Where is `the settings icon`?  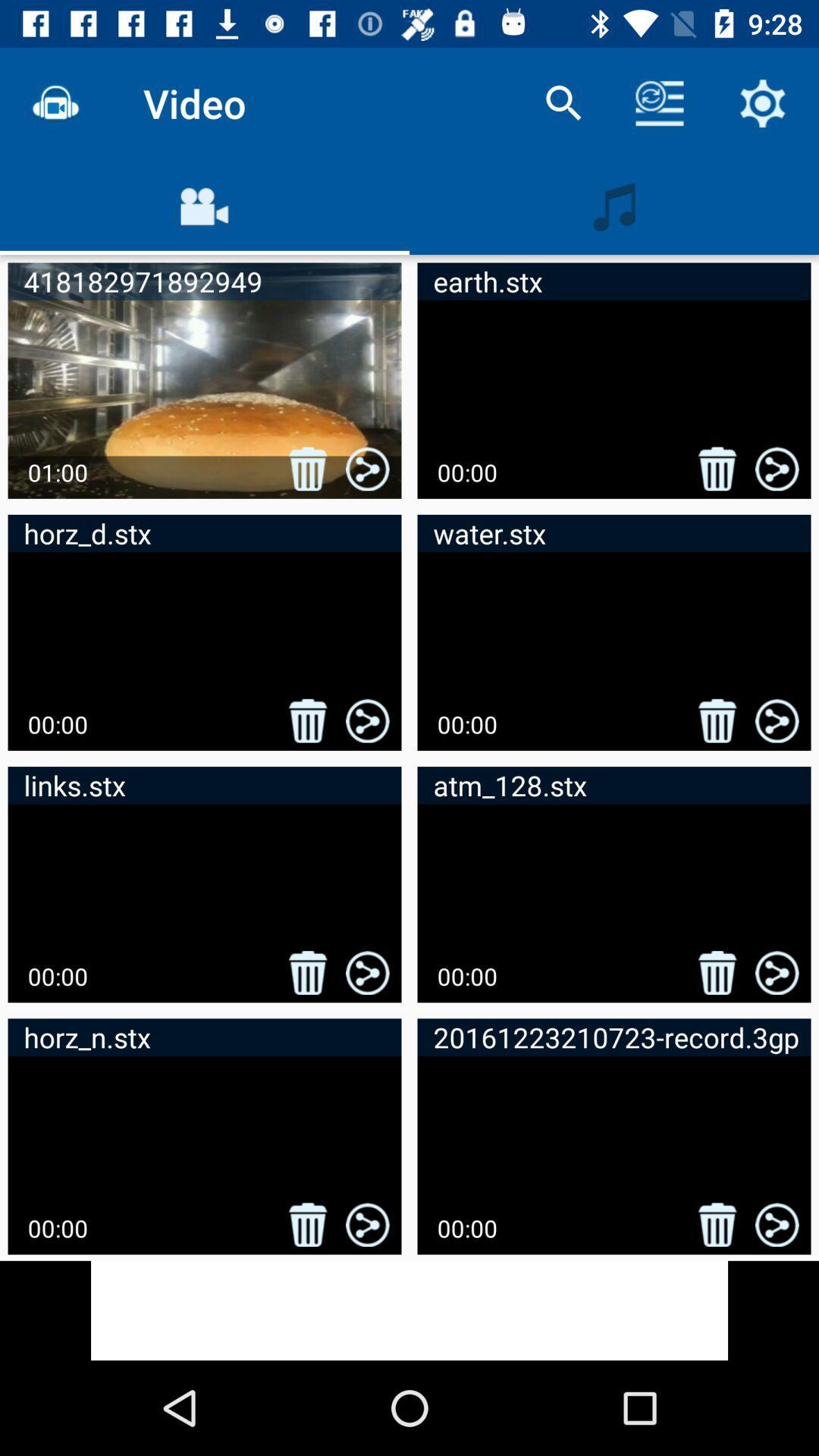
the settings icon is located at coordinates (763, 103).